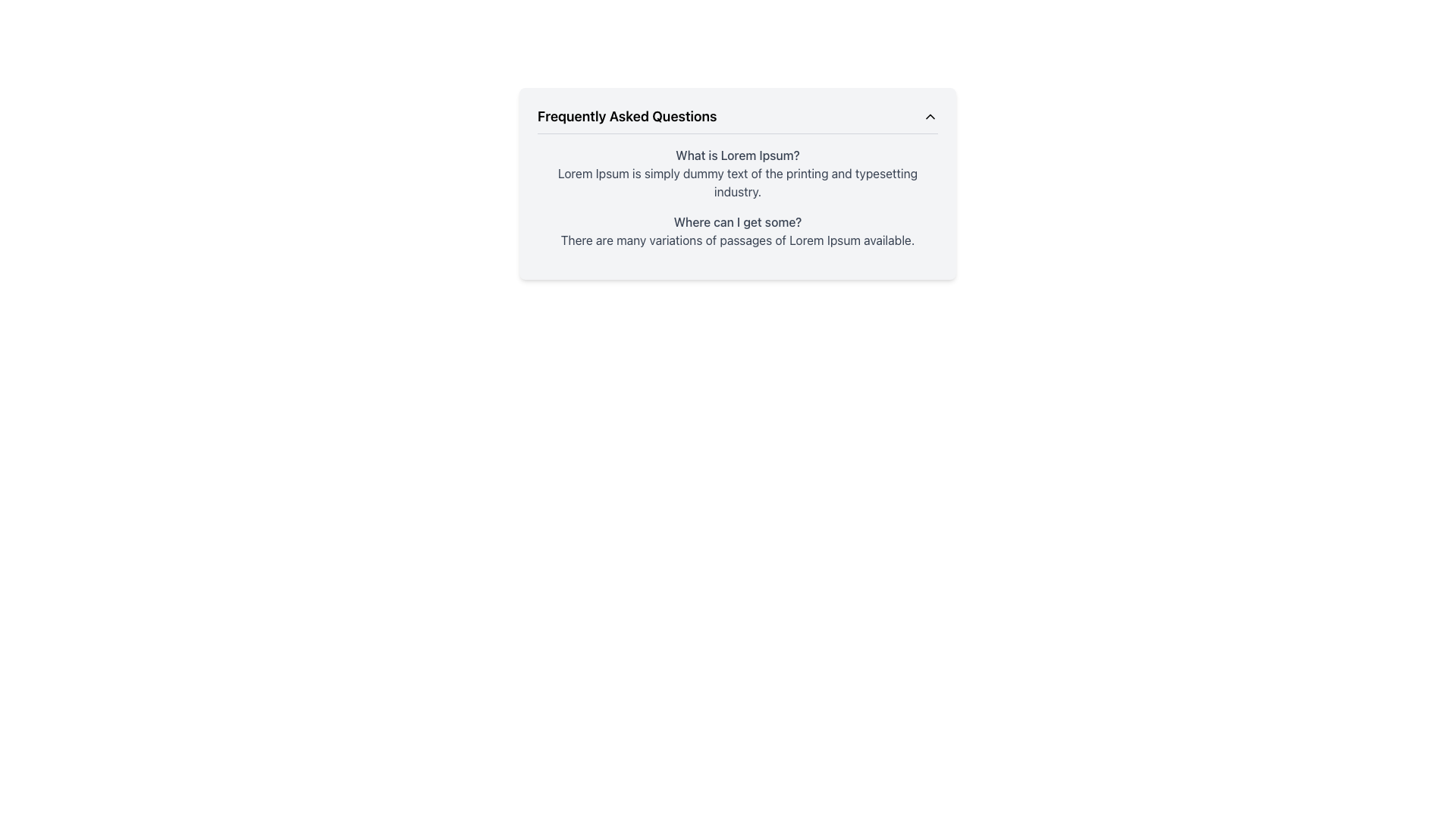 This screenshot has height=819, width=1456. What do you see at coordinates (738, 155) in the screenshot?
I see `the text label that reads 'What is Lorem Ipsum?', which serves as the heading in the collapsible FAQ section` at bounding box center [738, 155].